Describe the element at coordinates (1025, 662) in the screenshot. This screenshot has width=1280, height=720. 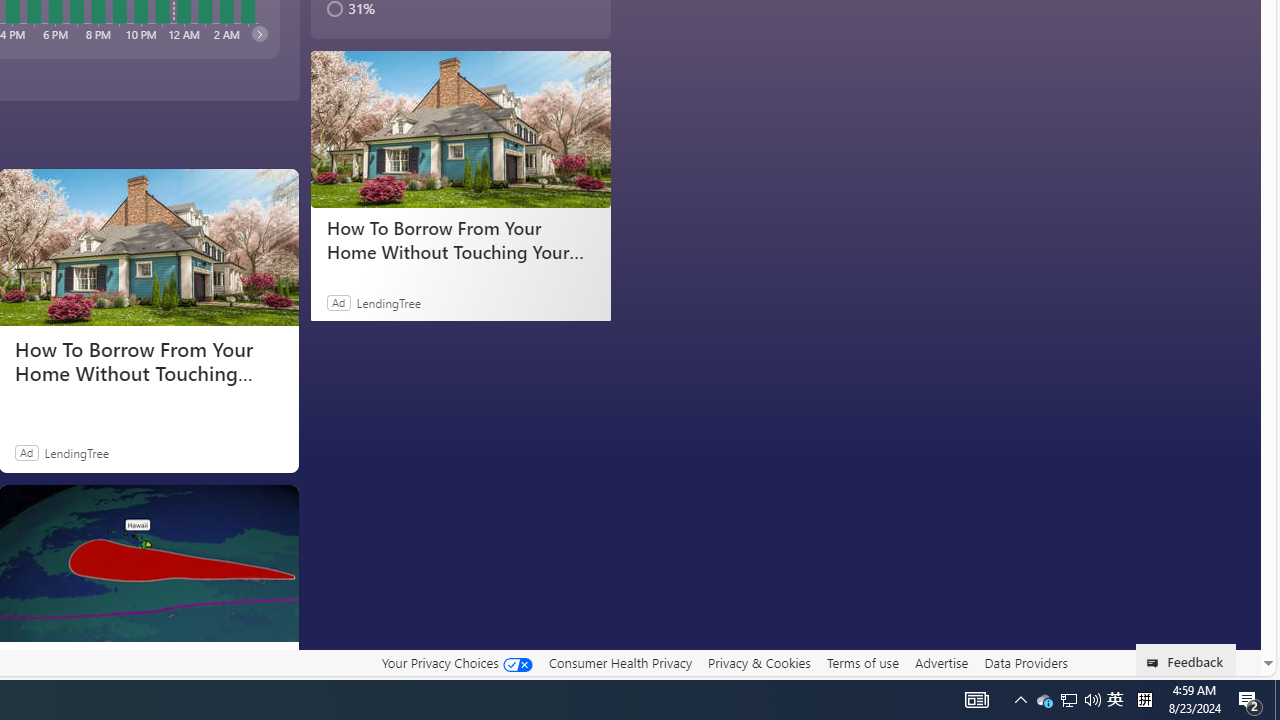
I see `'Data Providers'` at that location.